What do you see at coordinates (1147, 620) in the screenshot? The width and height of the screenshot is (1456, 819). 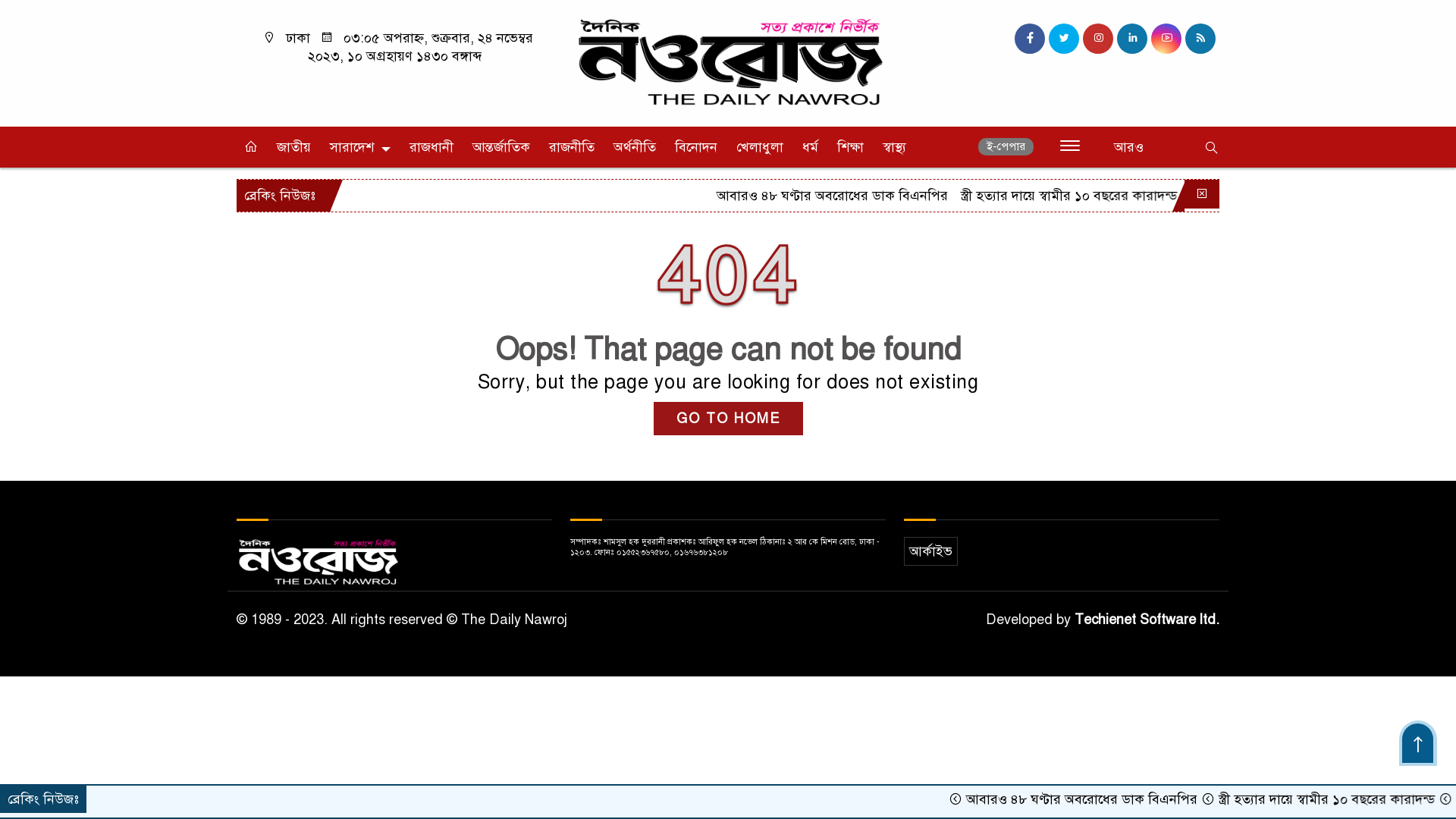 I see `'Techienet Software ltd.'` at bounding box center [1147, 620].